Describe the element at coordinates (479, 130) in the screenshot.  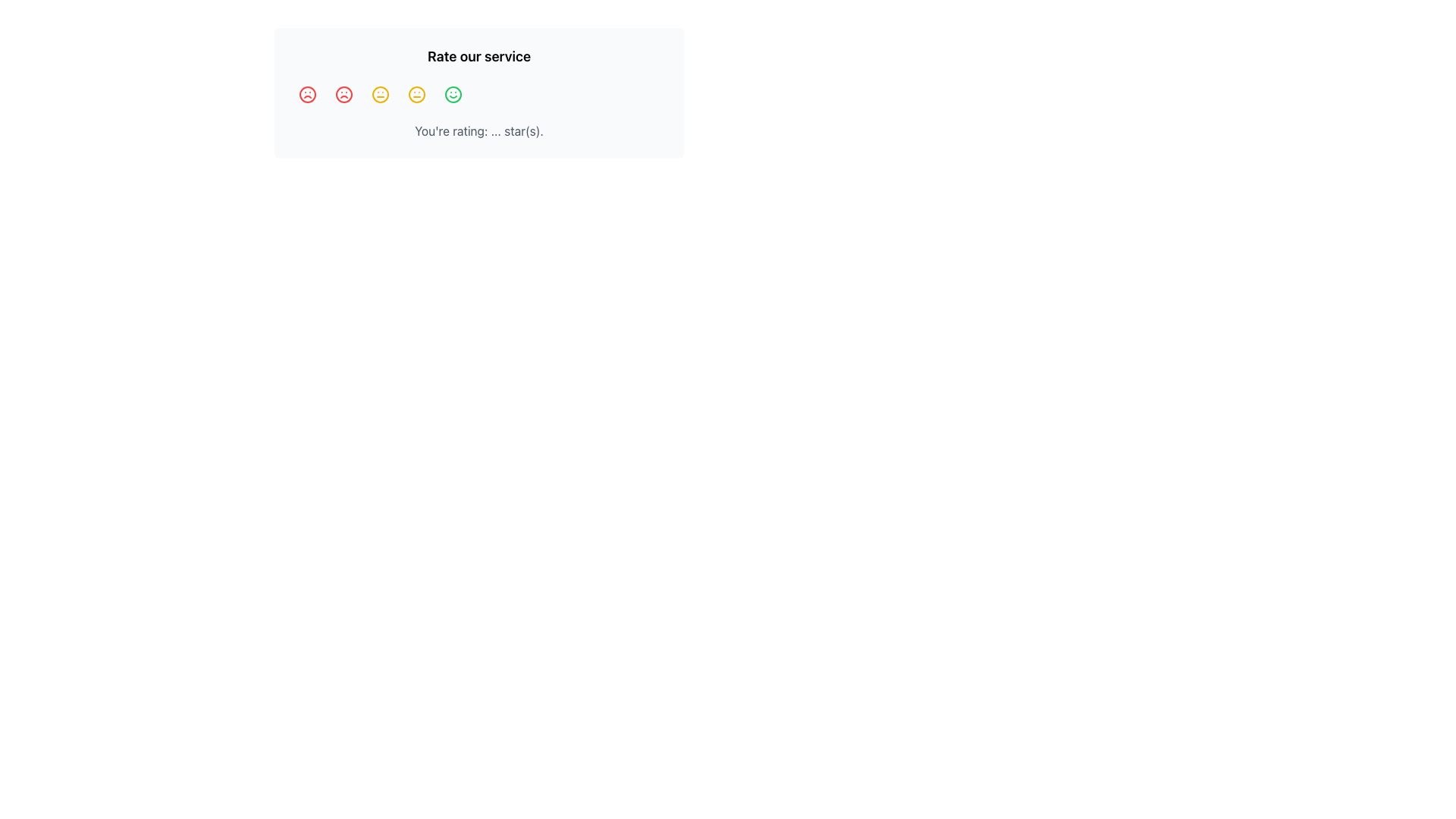
I see `the text label element that displays the user's current rating selection, located below the rating options in the 'Rate our service' section` at that location.